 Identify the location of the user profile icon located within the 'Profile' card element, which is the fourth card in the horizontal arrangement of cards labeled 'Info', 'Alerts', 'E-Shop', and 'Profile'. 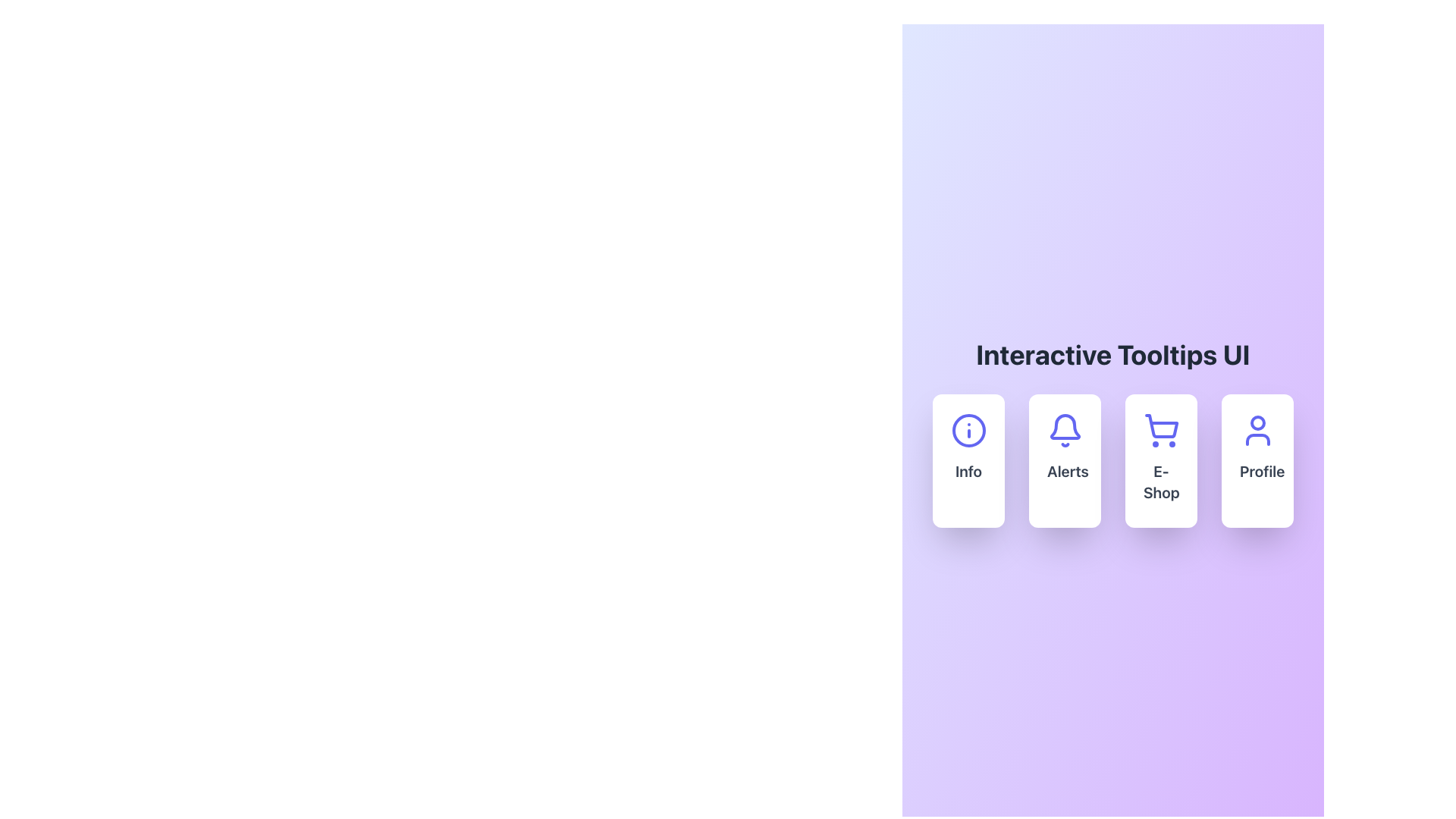
(1257, 430).